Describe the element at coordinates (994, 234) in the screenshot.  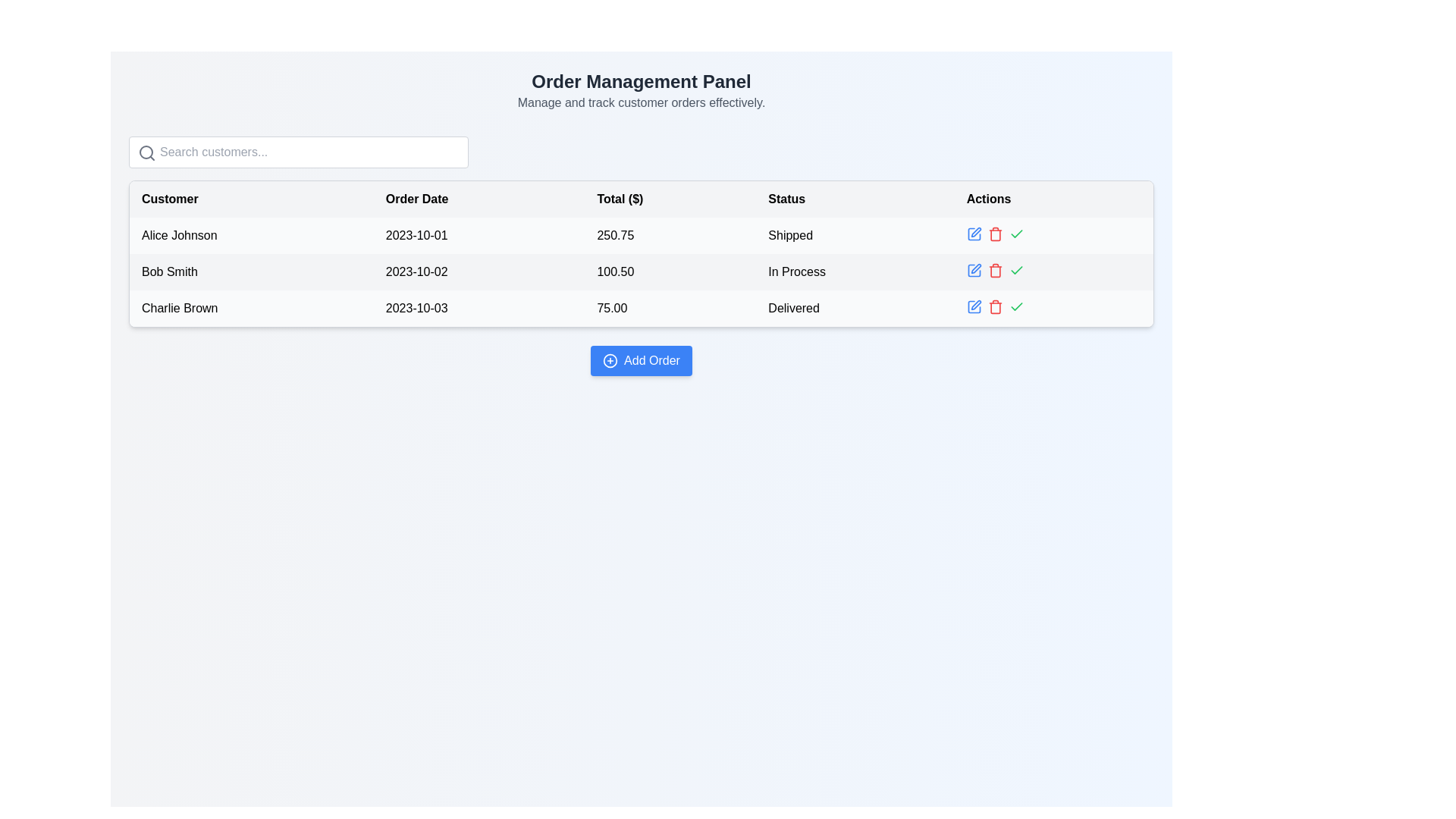
I see `the delete button in the 'Actions' column for the row associated with customer 'Alice Johnson'` at that location.